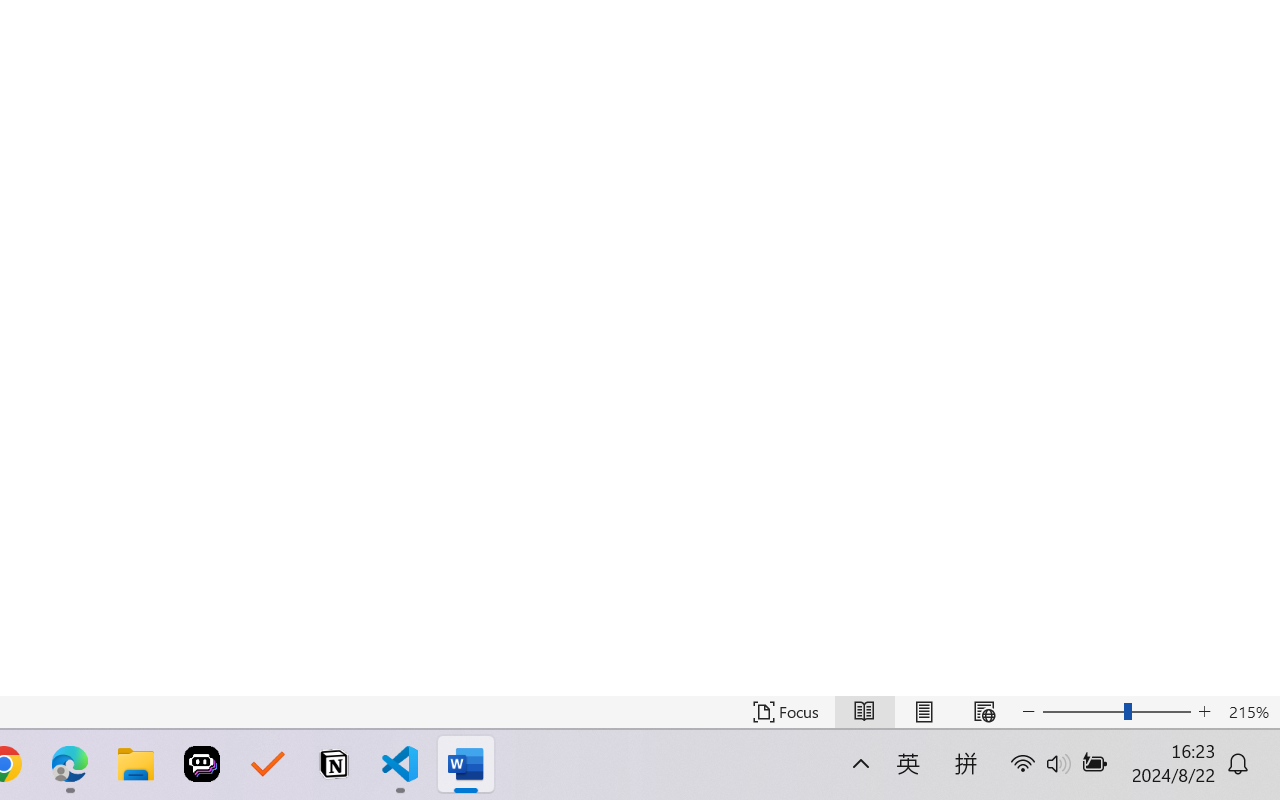 This screenshot has width=1280, height=800. Describe the element at coordinates (1029, 711) in the screenshot. I see `'Decrease Text Size'` at that location.